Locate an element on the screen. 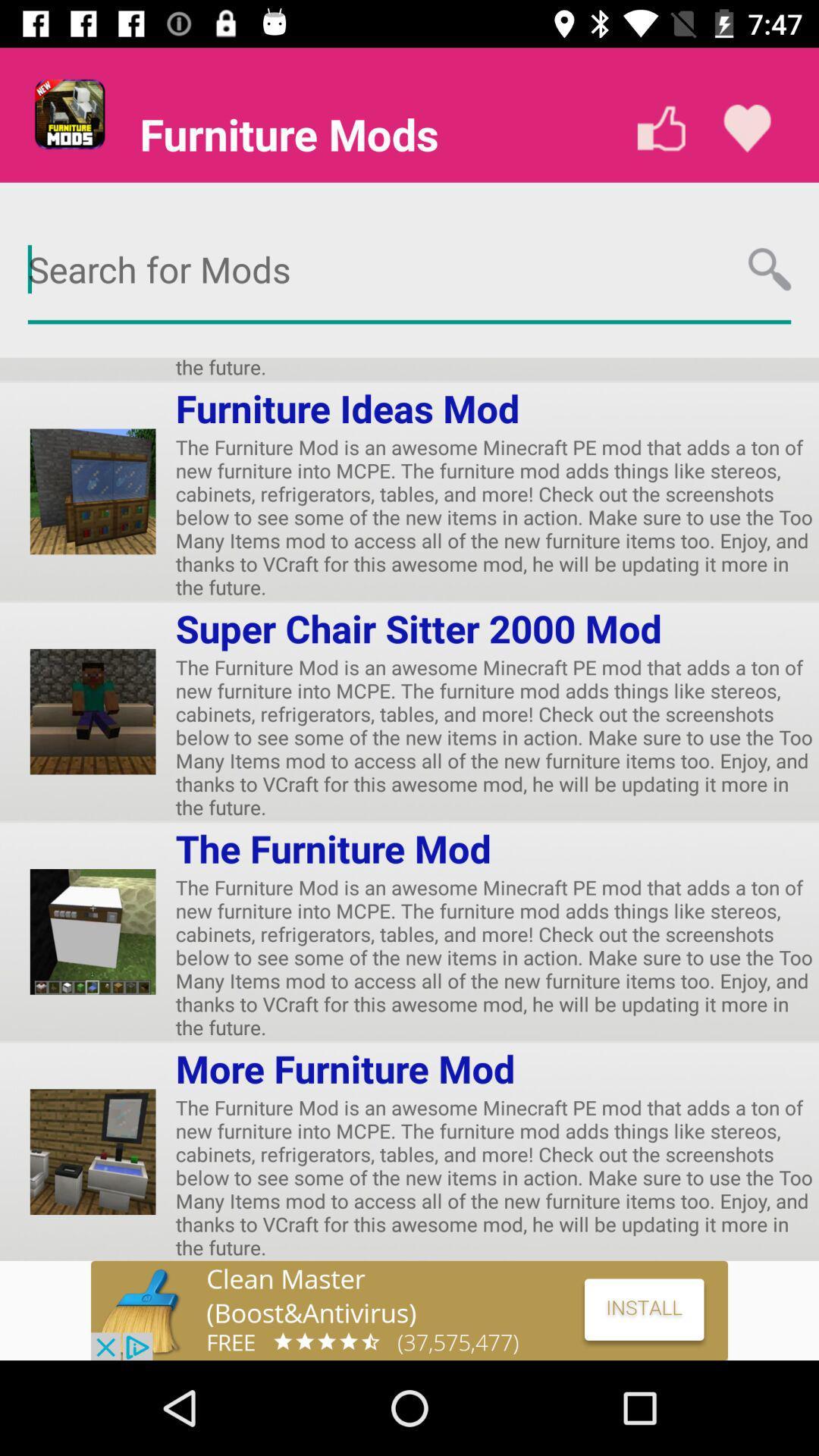 This screenshot has width=819, height=1456. the thumbs_up icon is located at coordinates (661, 128).